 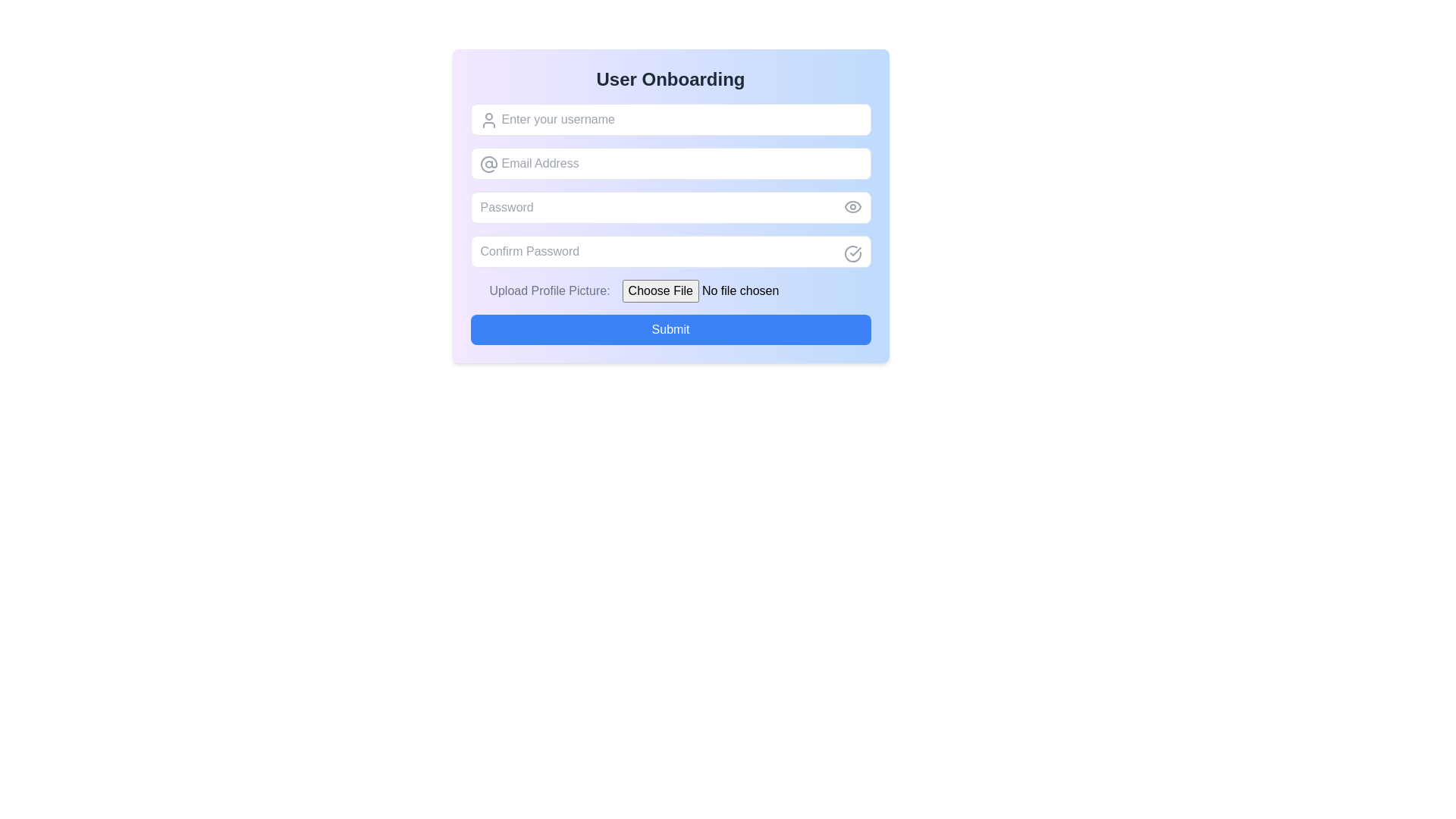 What do you see at coordinates (670, 291) in the screenshot?
I see `the File upload component located near the bottom of the form, directly above the blue 'Submit' button` at bounding box center [670, 291].